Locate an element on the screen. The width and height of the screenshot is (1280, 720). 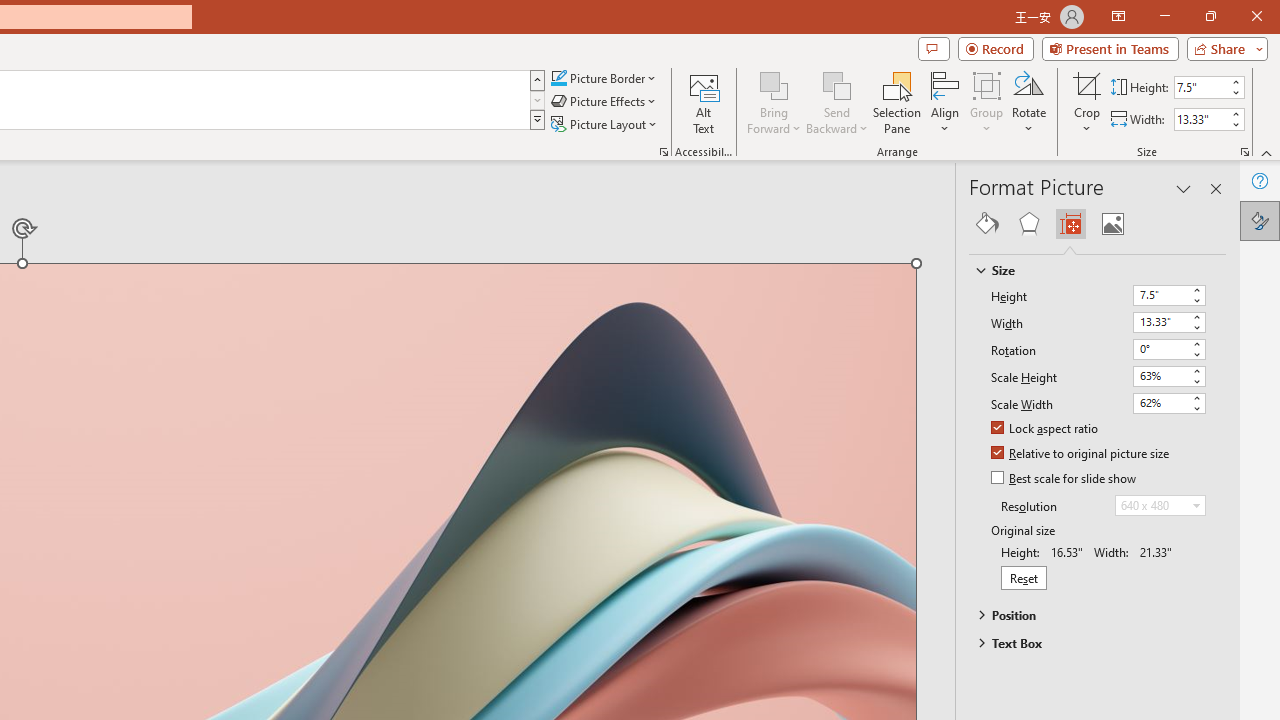
'Picture Effects' is located at coordinates (604, 101).